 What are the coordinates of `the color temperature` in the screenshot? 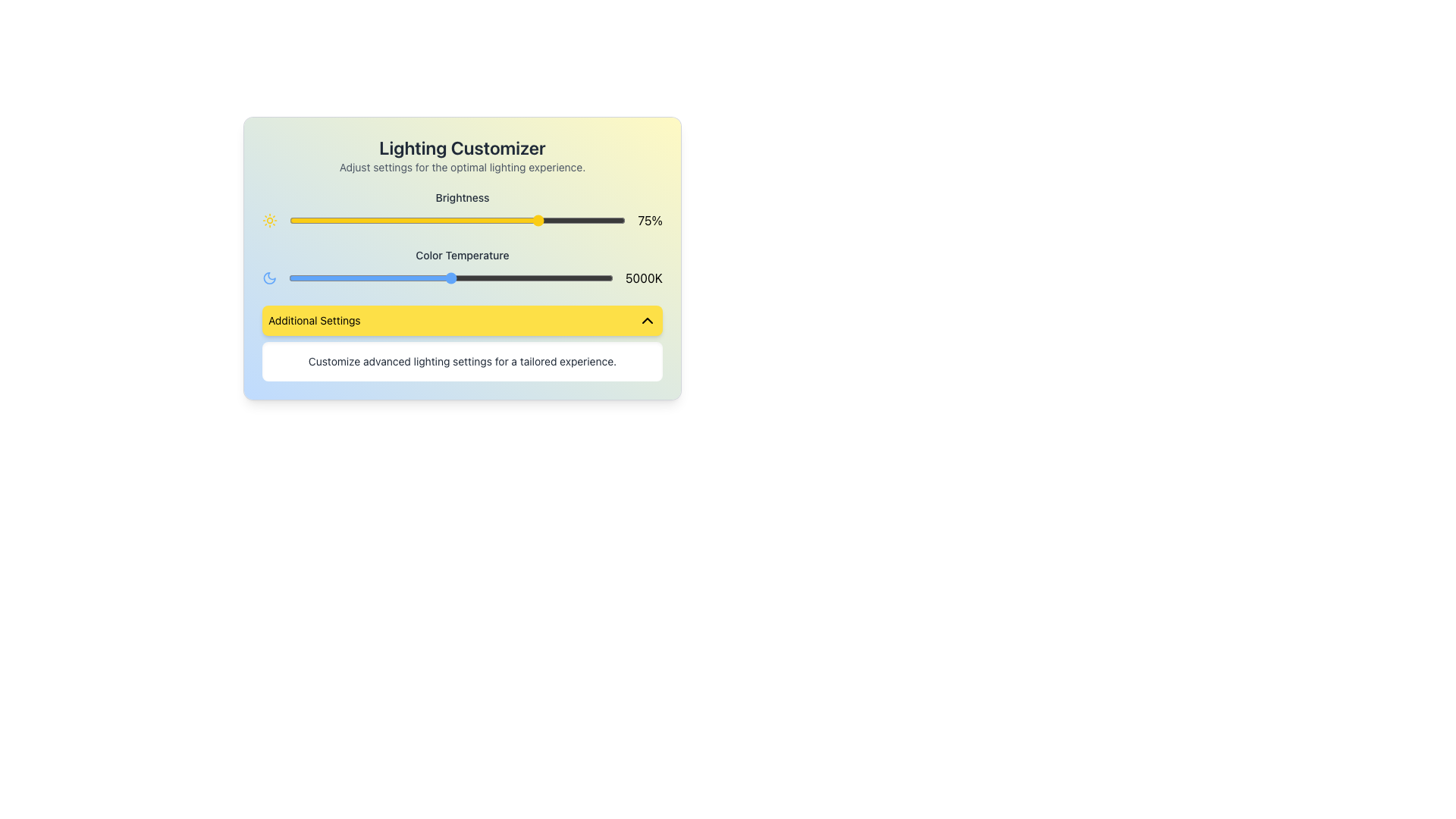 It's located at (506, 278).